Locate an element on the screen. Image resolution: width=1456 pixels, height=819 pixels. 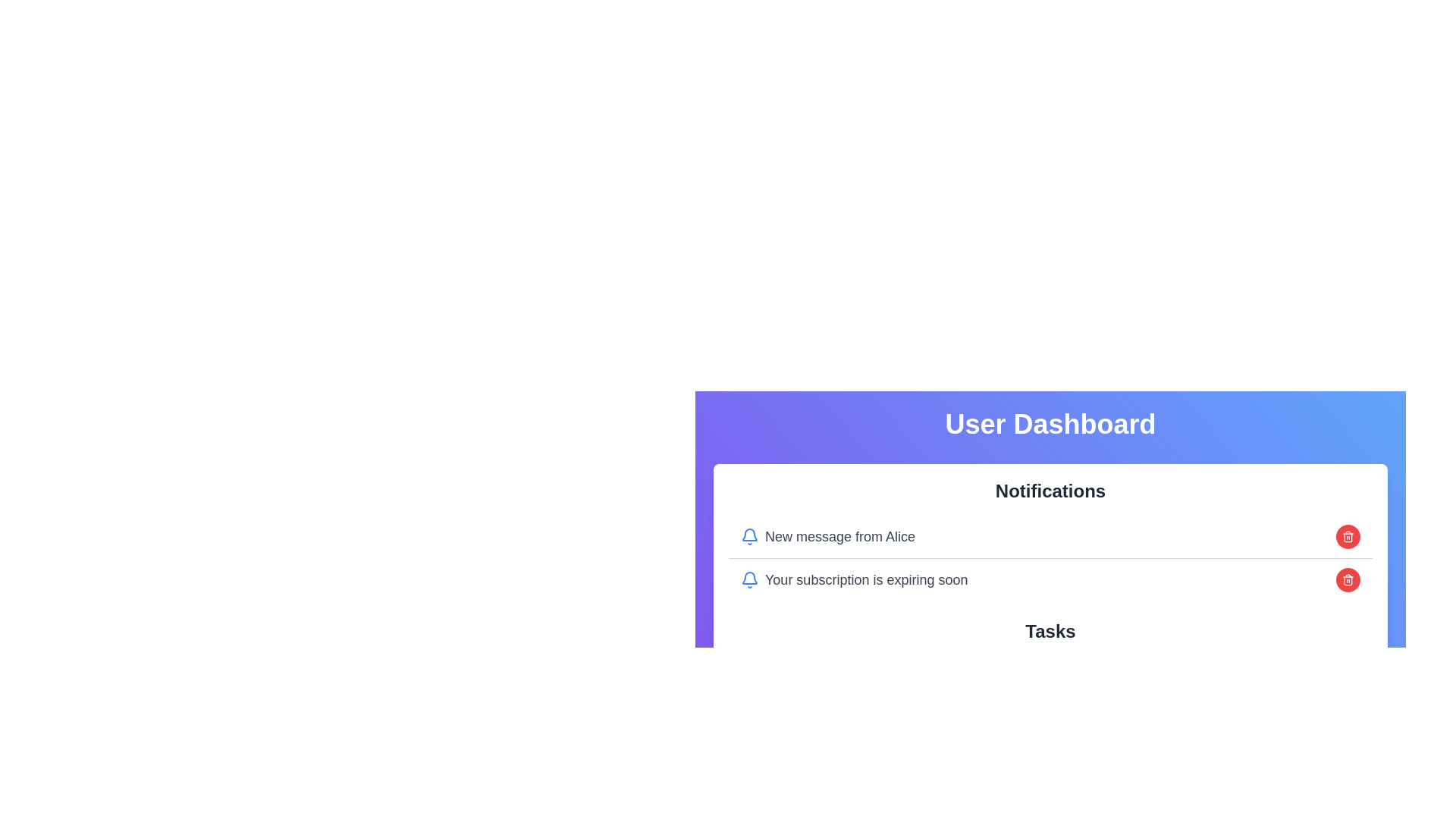
the delete button located on the right side of the second notification row, next to the text 'Your subscription is expiring soon,' is located at coordinates (1348, 579).